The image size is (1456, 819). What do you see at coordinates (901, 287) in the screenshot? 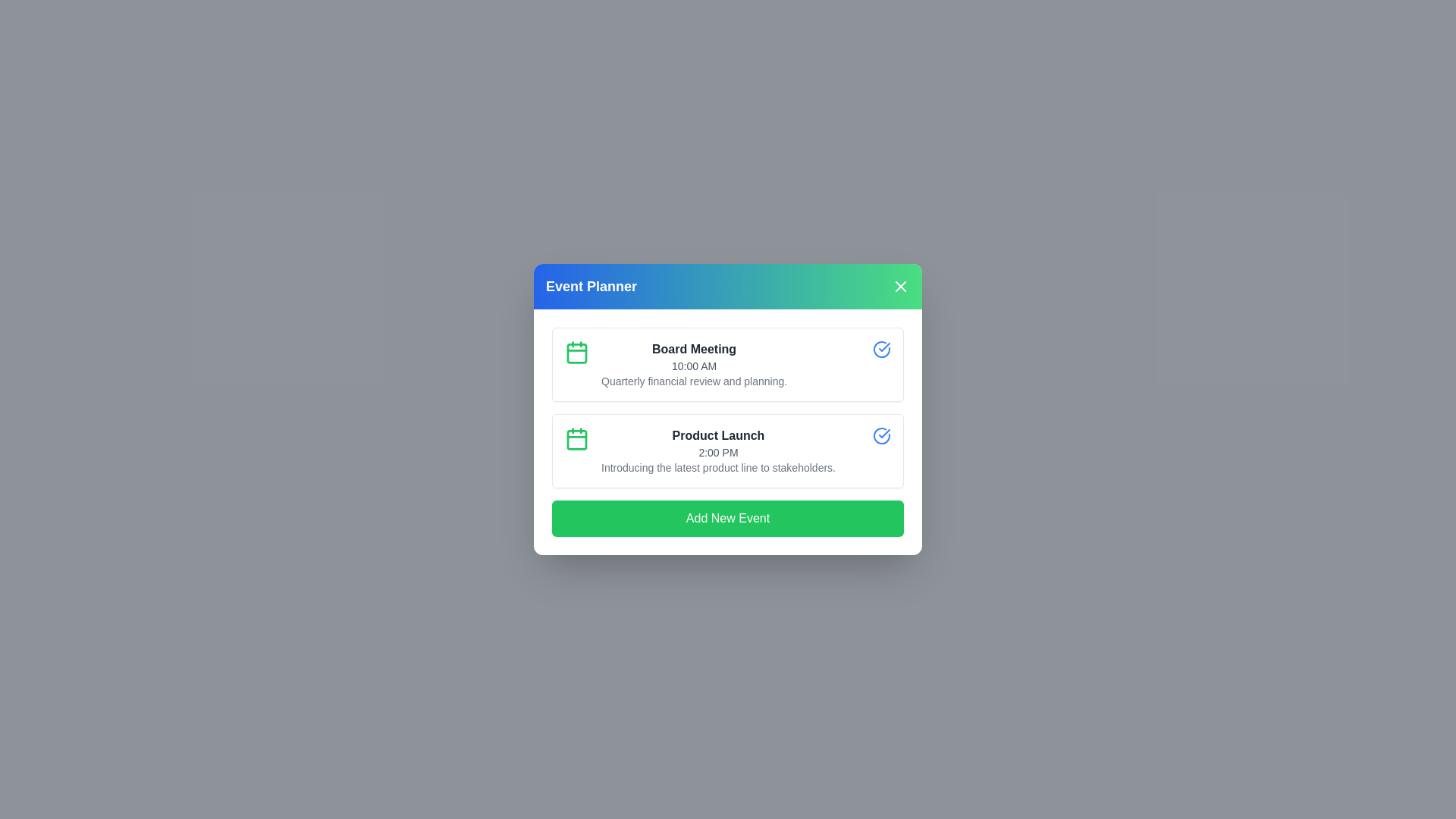
I see `the close button, which is a cross-shaped icon ('X') in white on a green circular background, located at the top right corner of the header bar with the text 'Event Planner'` at bounding box center [901, 287].